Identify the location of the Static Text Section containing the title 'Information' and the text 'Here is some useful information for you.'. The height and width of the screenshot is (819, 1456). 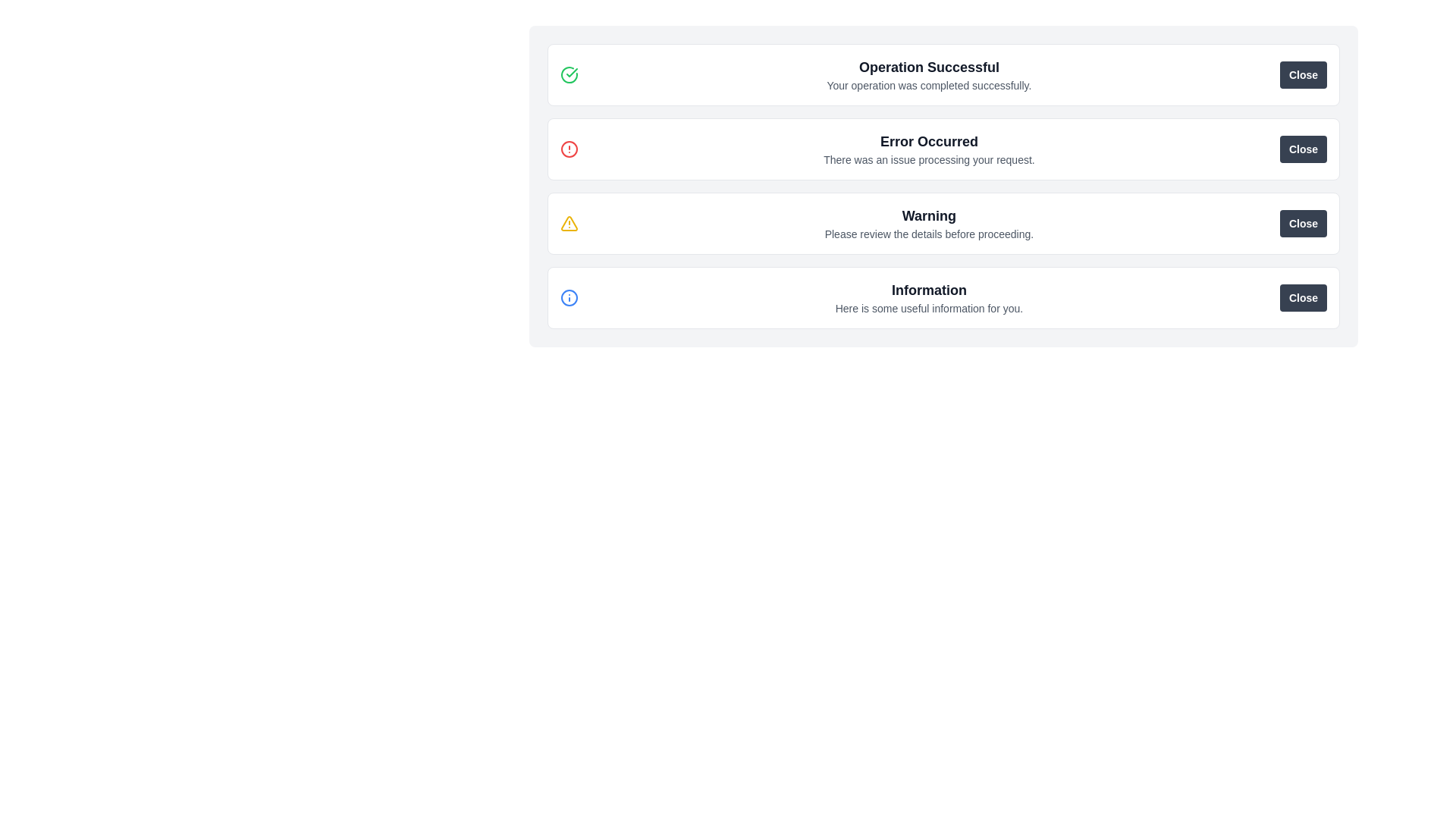
(928, 298).